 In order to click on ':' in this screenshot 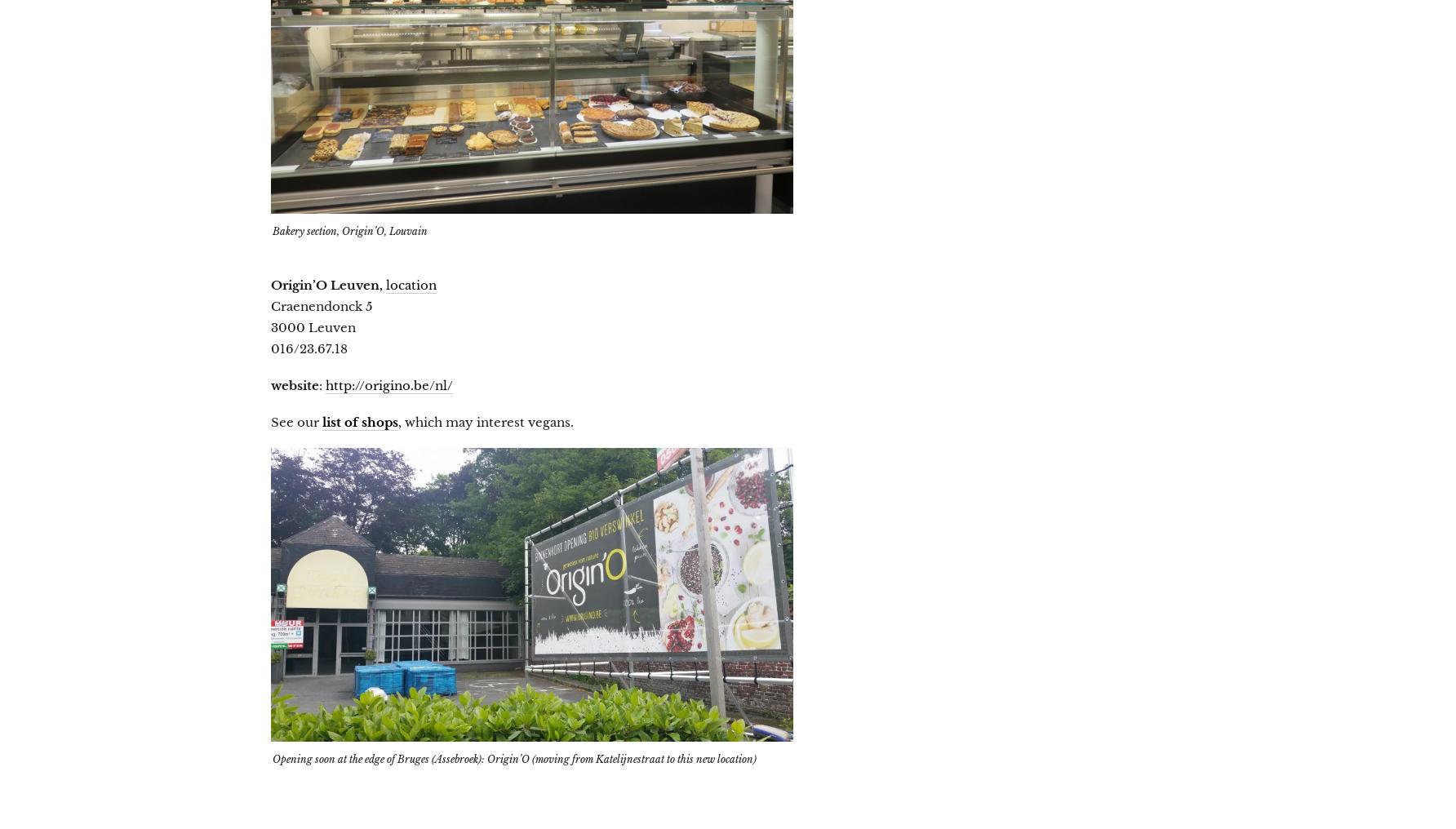, I will do `click(321, 384)`.